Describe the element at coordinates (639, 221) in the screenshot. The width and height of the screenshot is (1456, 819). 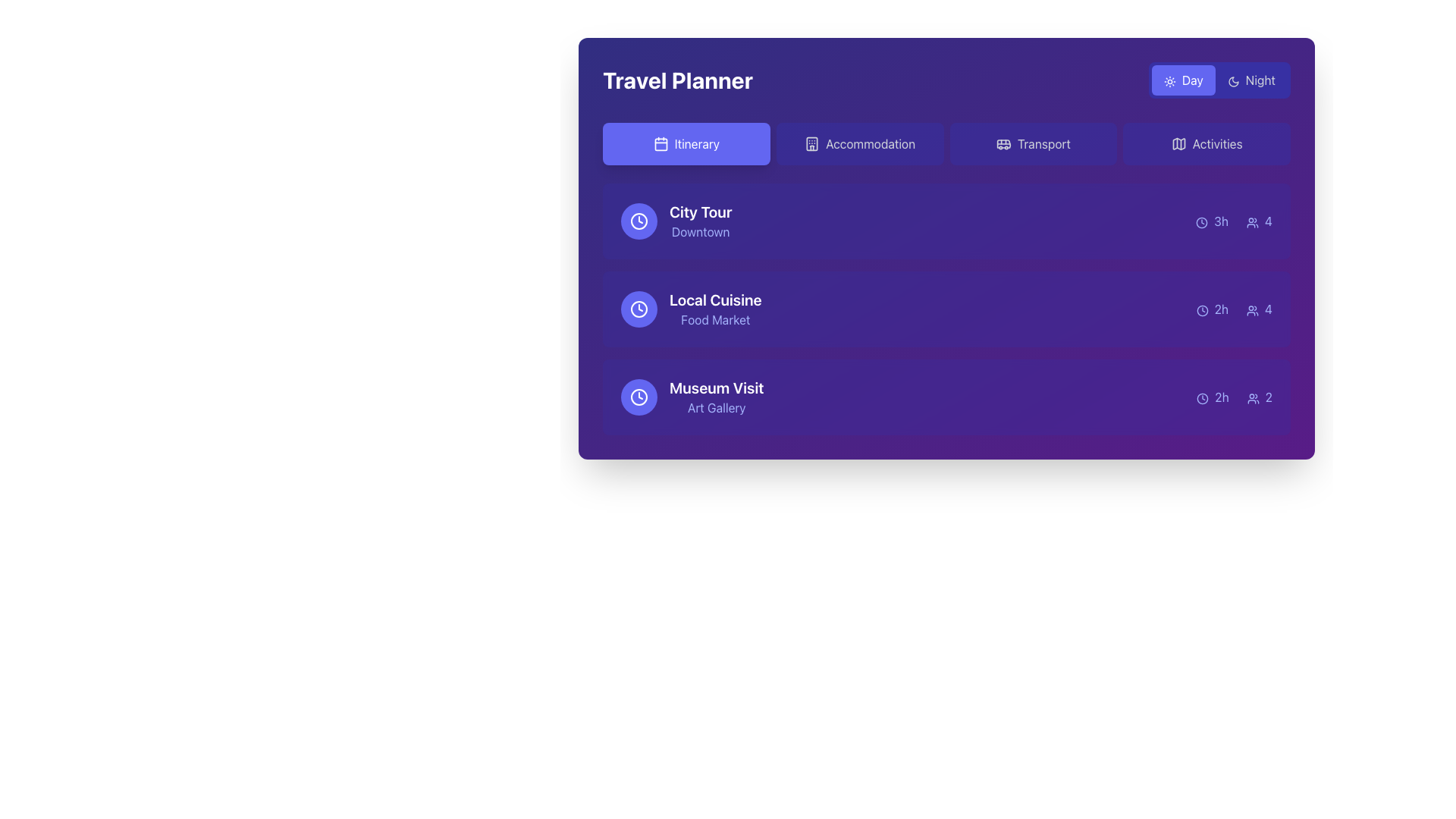
I see `the circular clock icon with a white outline and a blue rounded background, located in the first row preceding the 'City Tour' label` at that location.